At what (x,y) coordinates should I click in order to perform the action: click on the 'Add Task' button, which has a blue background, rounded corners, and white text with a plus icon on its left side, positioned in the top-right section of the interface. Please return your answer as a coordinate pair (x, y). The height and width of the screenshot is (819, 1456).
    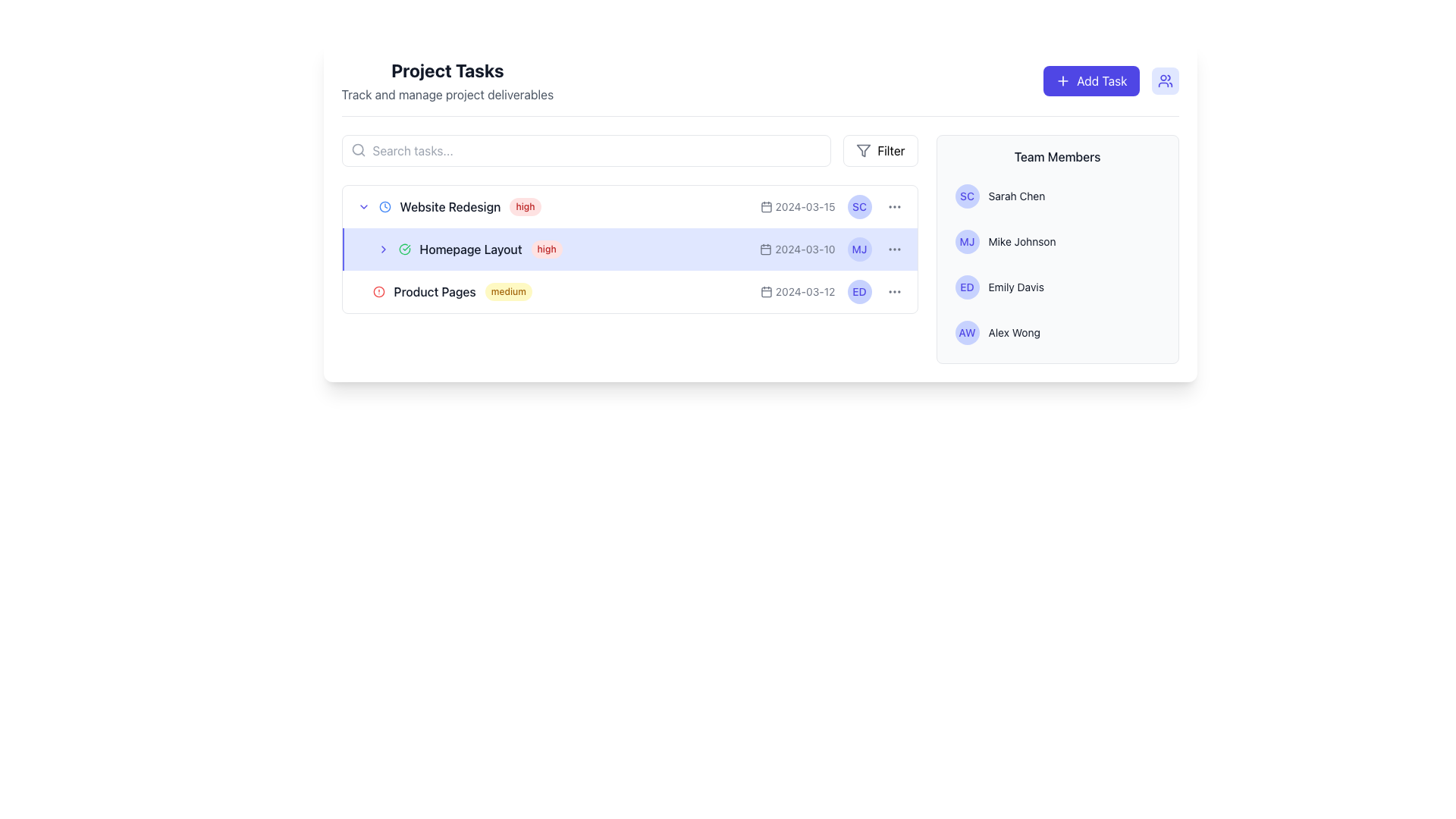
    Looking at the image, I should click on (1090, 81).